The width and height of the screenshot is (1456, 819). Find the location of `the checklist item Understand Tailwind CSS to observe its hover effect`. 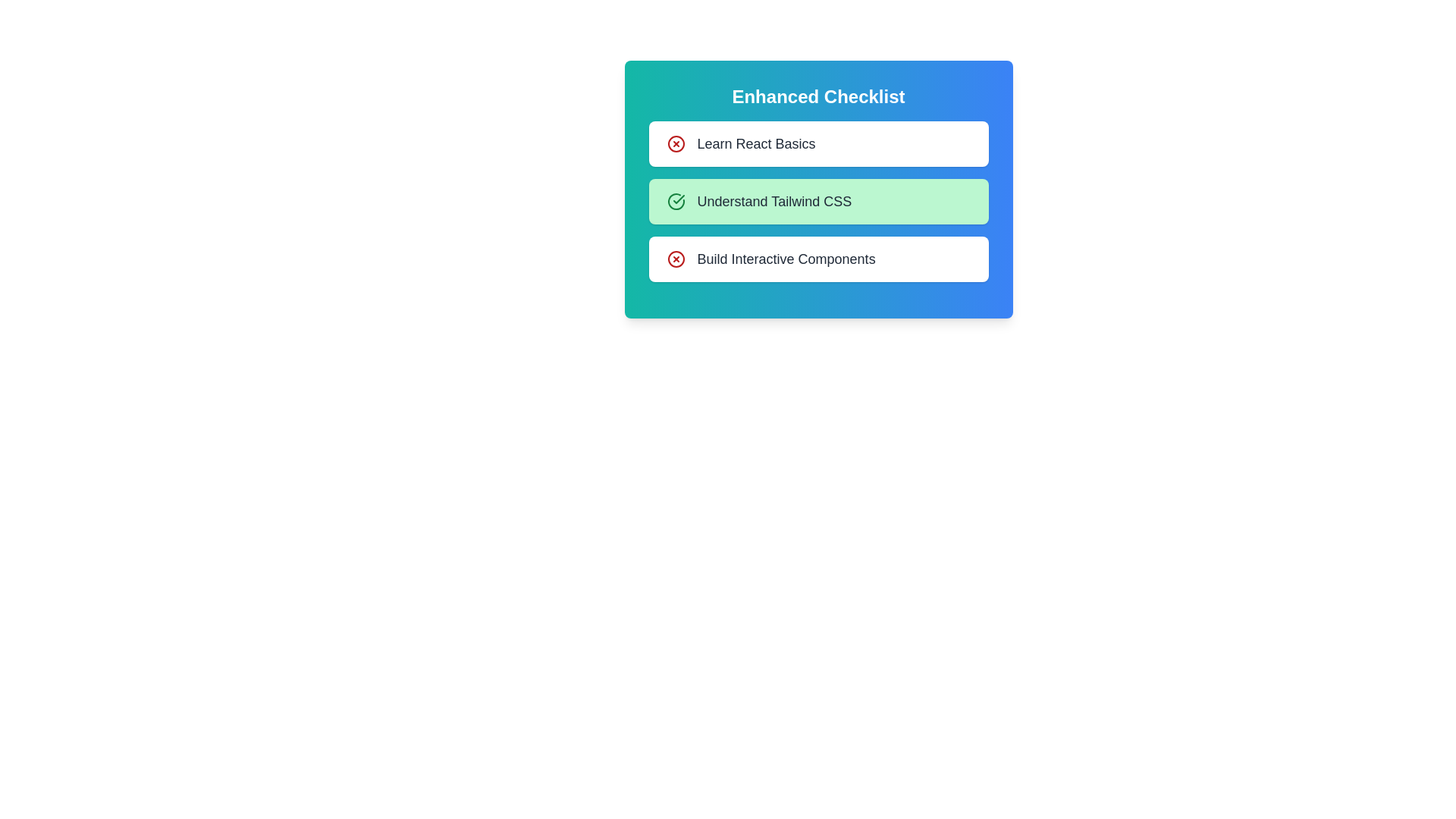

the checklist item Understand Tailwind CSS to observe its hover effect is located at coordinates (817, 201).